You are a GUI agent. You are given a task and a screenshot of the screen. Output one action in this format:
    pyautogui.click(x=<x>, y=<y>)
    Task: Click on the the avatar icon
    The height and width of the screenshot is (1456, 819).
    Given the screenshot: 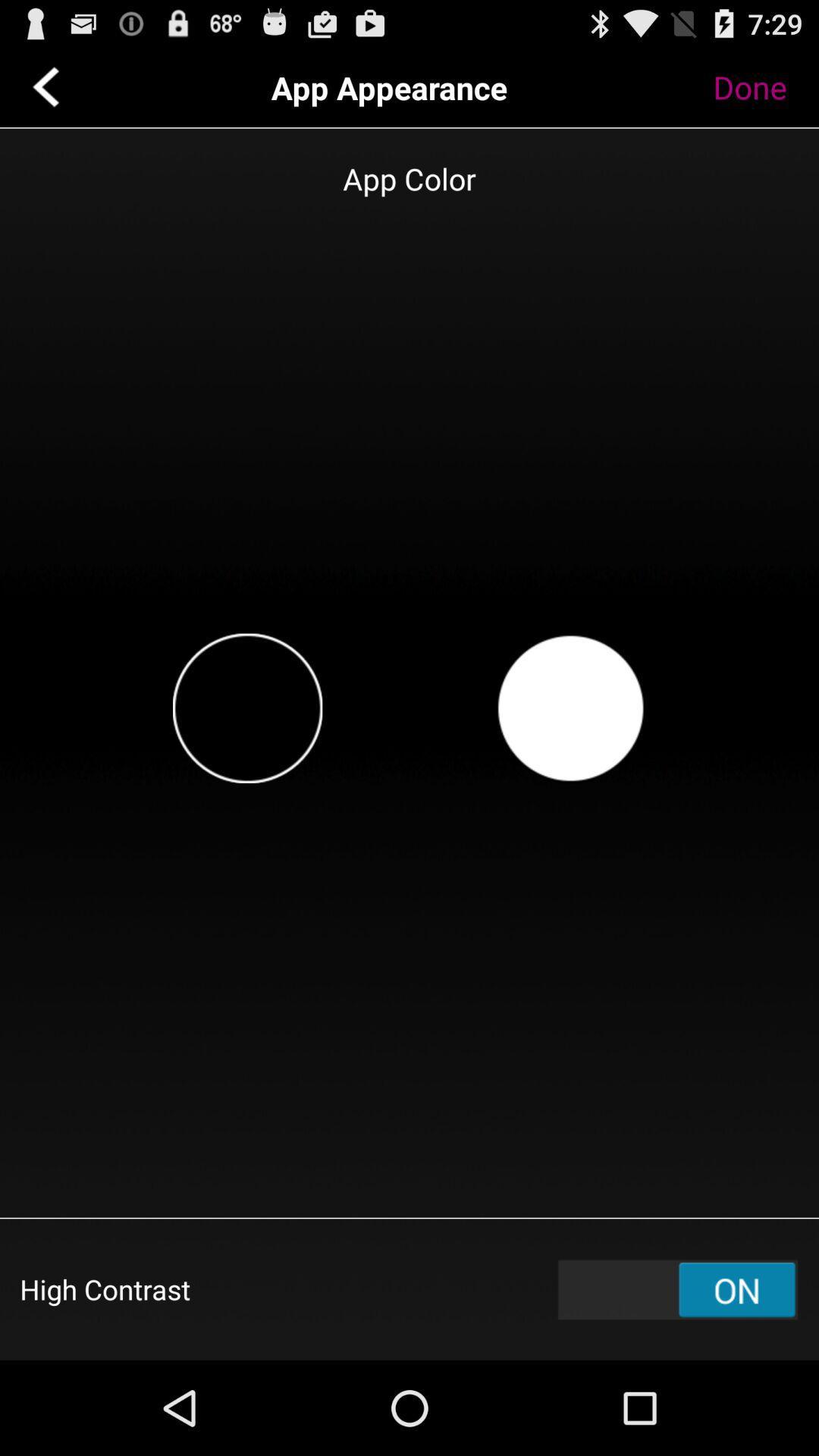 What is the action you would take?
    pyautogui.click(x=246, y=758)
    